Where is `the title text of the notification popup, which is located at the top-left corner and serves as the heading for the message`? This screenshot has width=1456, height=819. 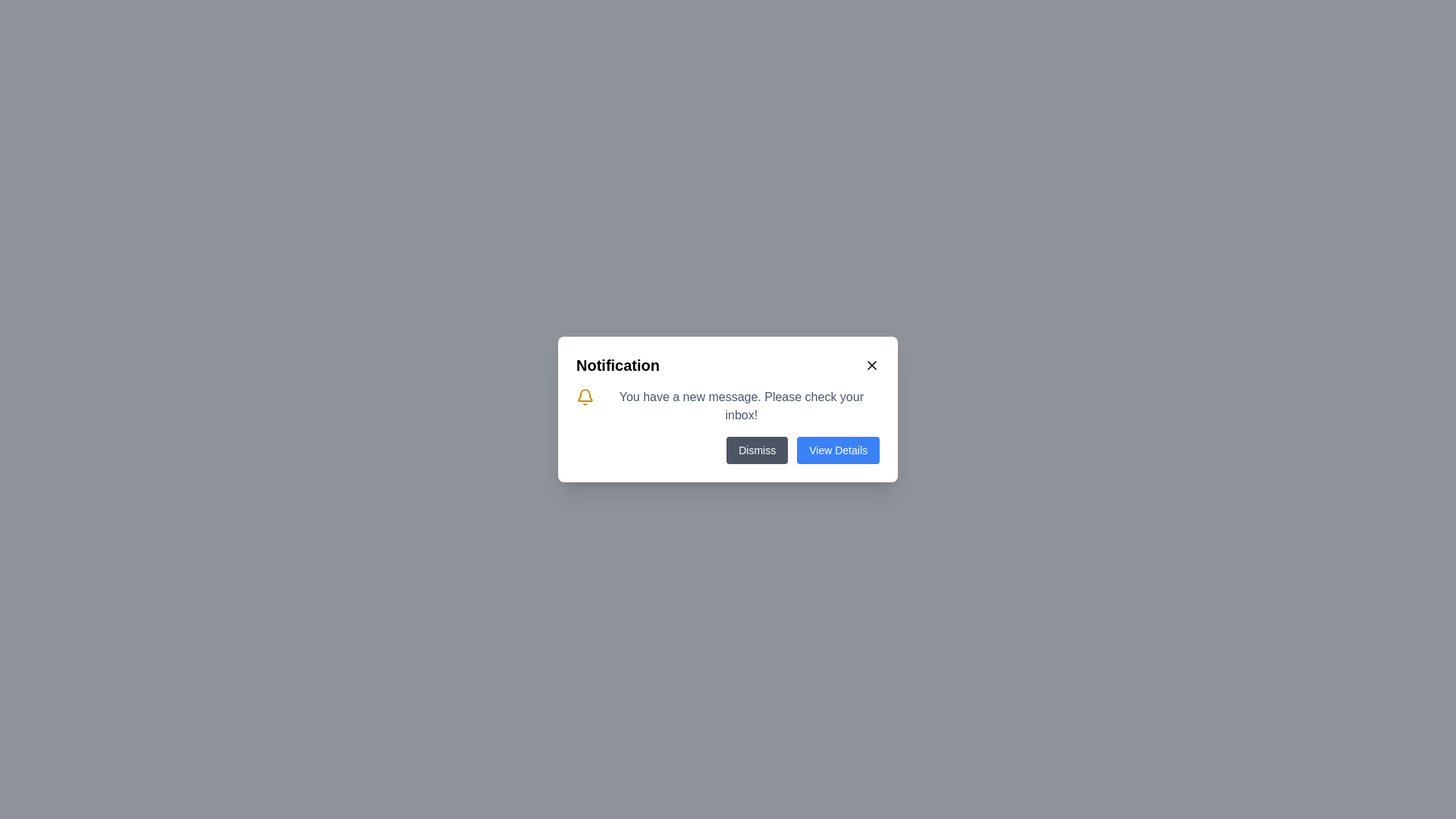 the title text of the notification popup, which is located at the top-left corner and serves as the heading for the message is located at coordinates (618, 366).